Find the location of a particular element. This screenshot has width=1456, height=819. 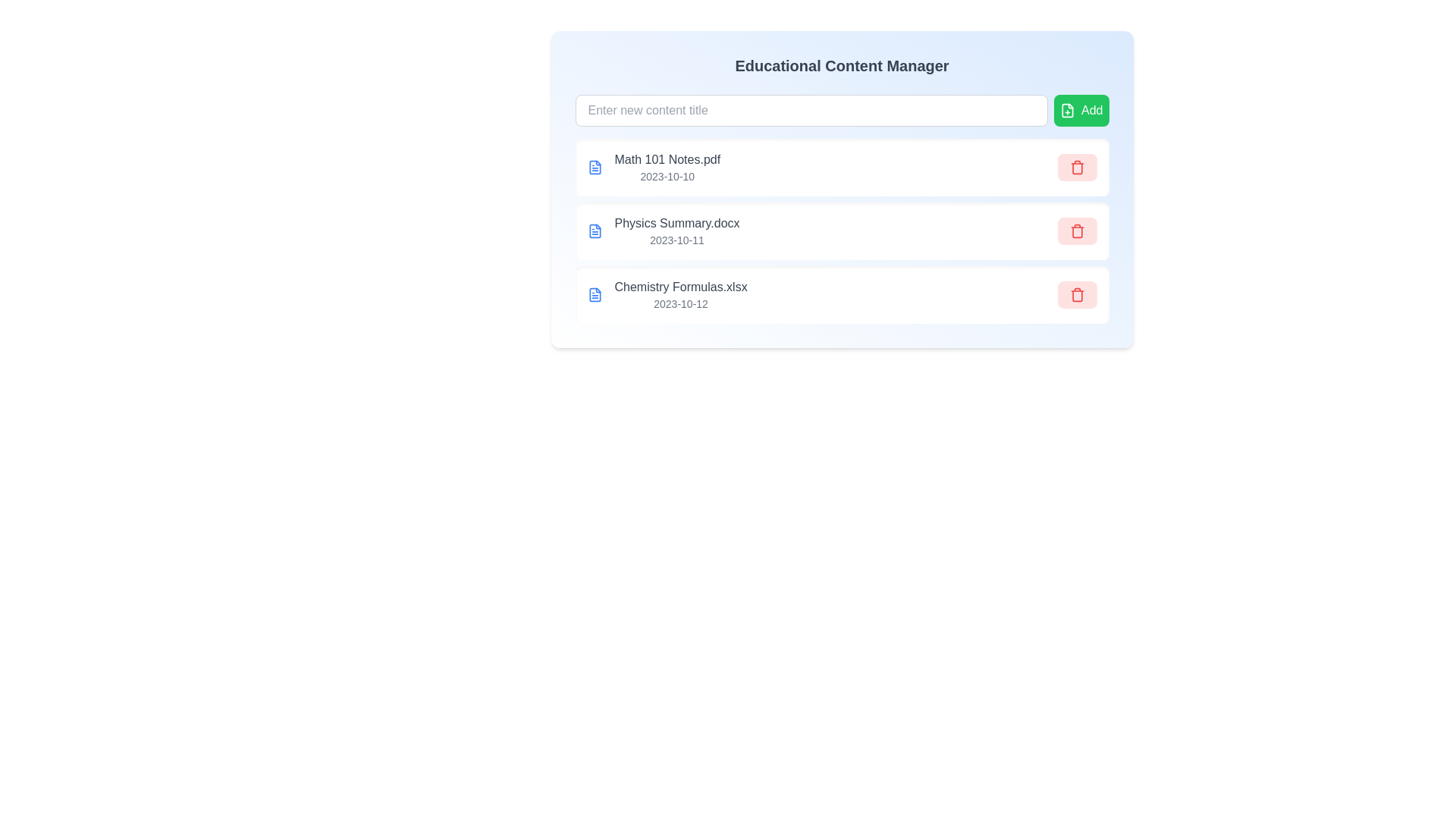

the decorative SVG icon representing a file located within the 'Add' button in the top-right corner of the UI is located at coordinates (1066, 110).